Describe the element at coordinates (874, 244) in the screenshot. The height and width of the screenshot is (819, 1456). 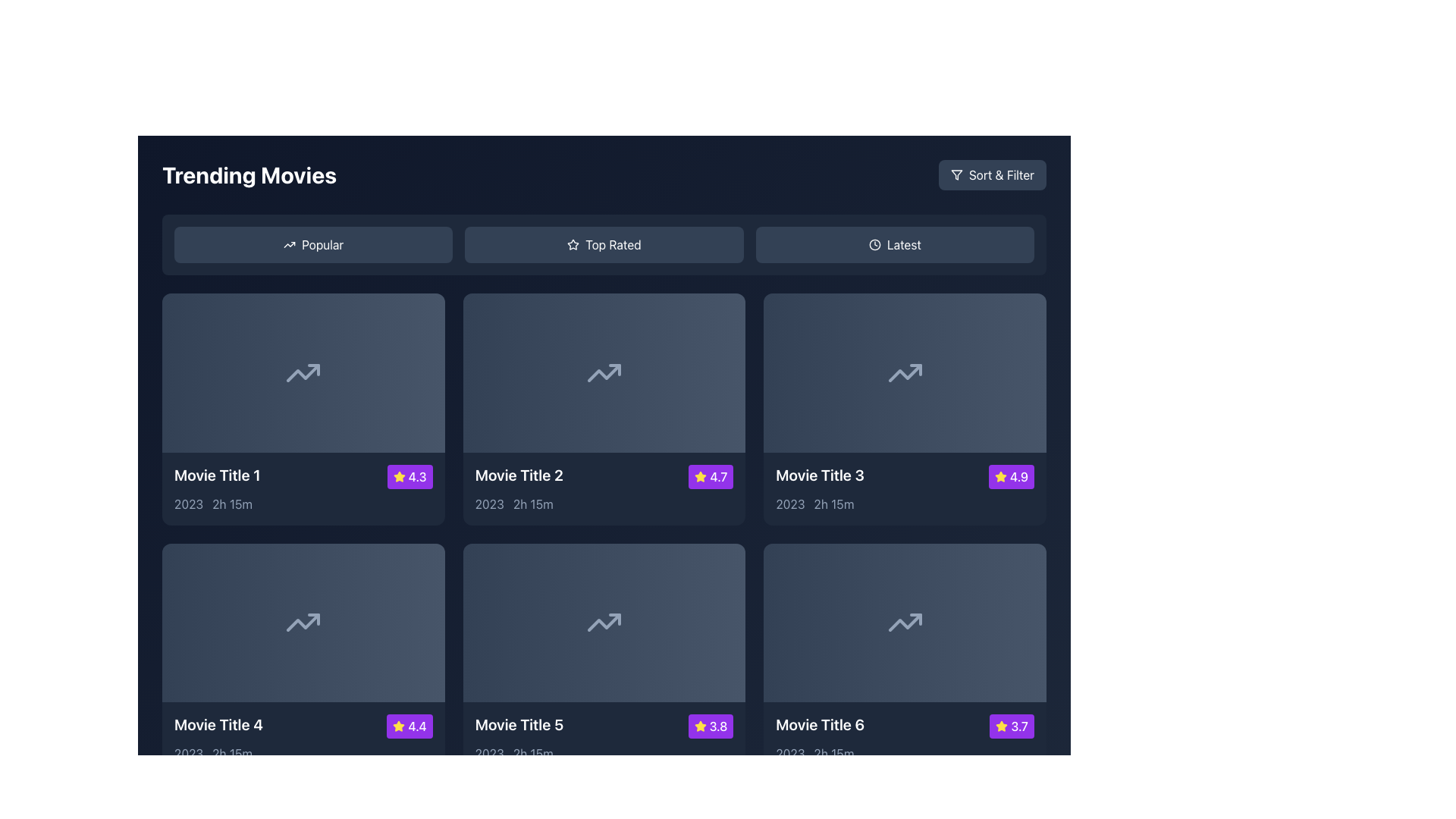
I see `SVG Circle component that visually represents the 'Latest' sorting button in the header section of the layout` at that location.